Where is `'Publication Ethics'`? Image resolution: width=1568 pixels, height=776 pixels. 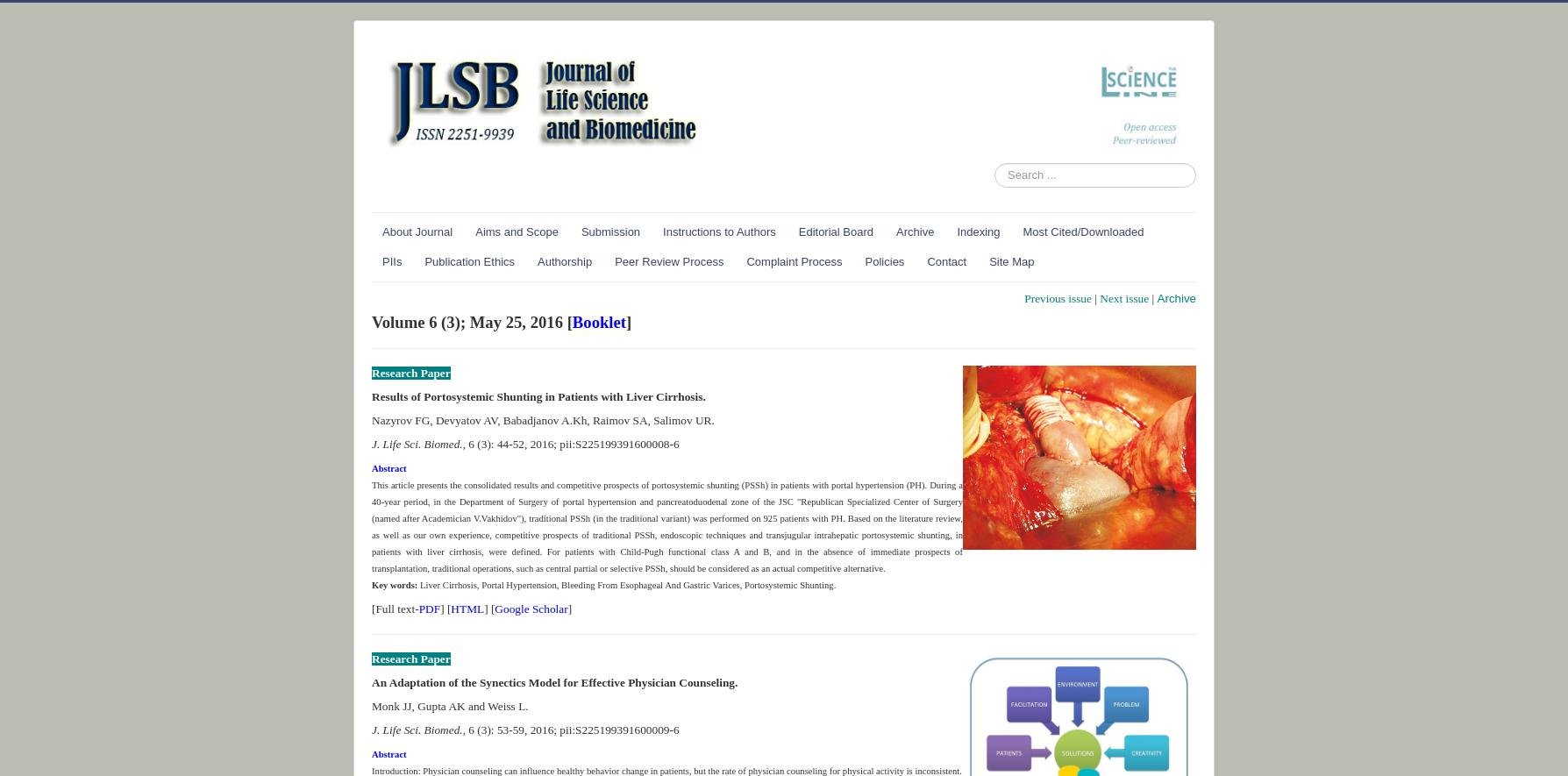 'Publication Ethics' is located at coordinates (469, 260).